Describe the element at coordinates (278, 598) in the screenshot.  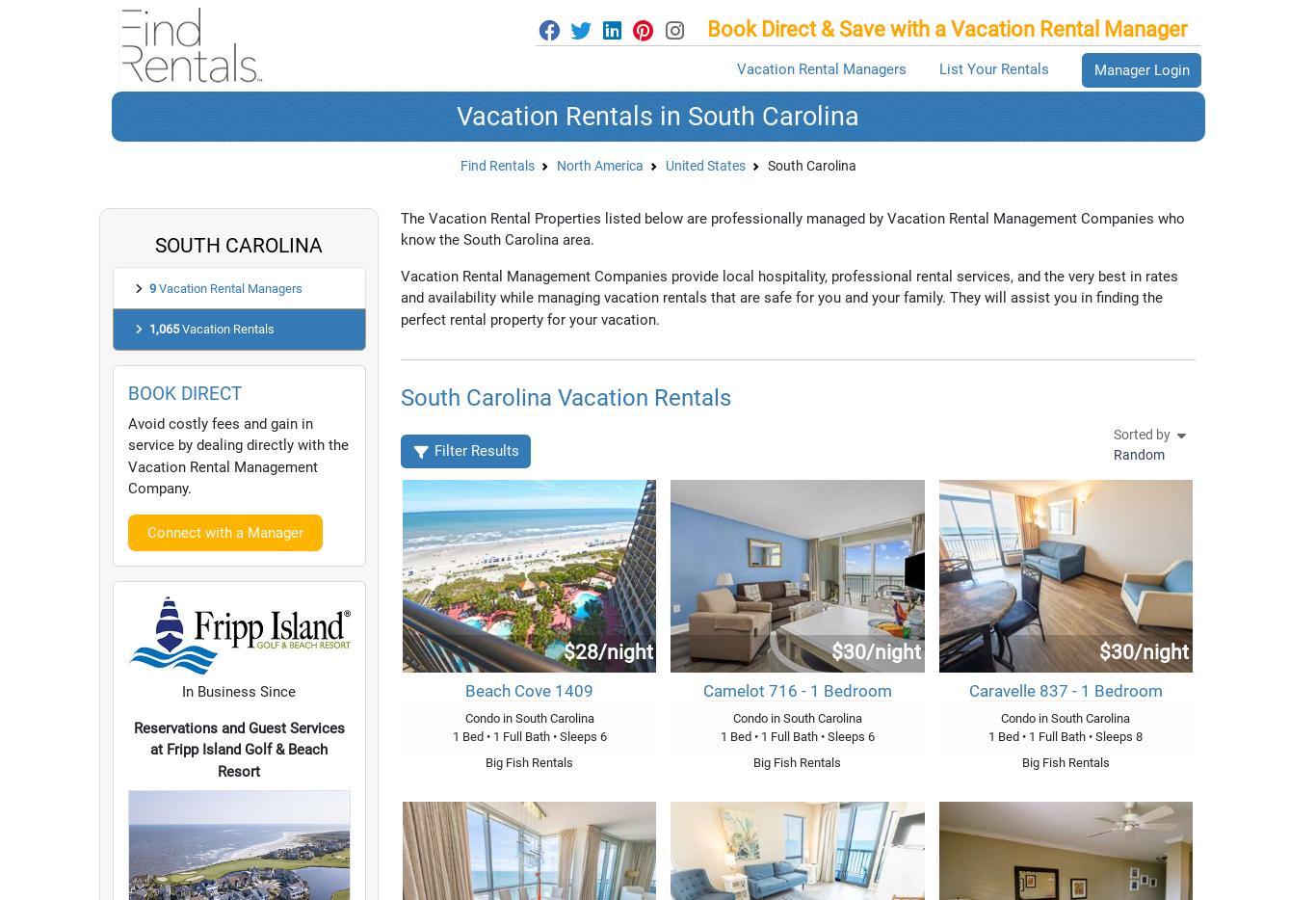
I see `'Homes
											: 209 rentals available'` at that location.